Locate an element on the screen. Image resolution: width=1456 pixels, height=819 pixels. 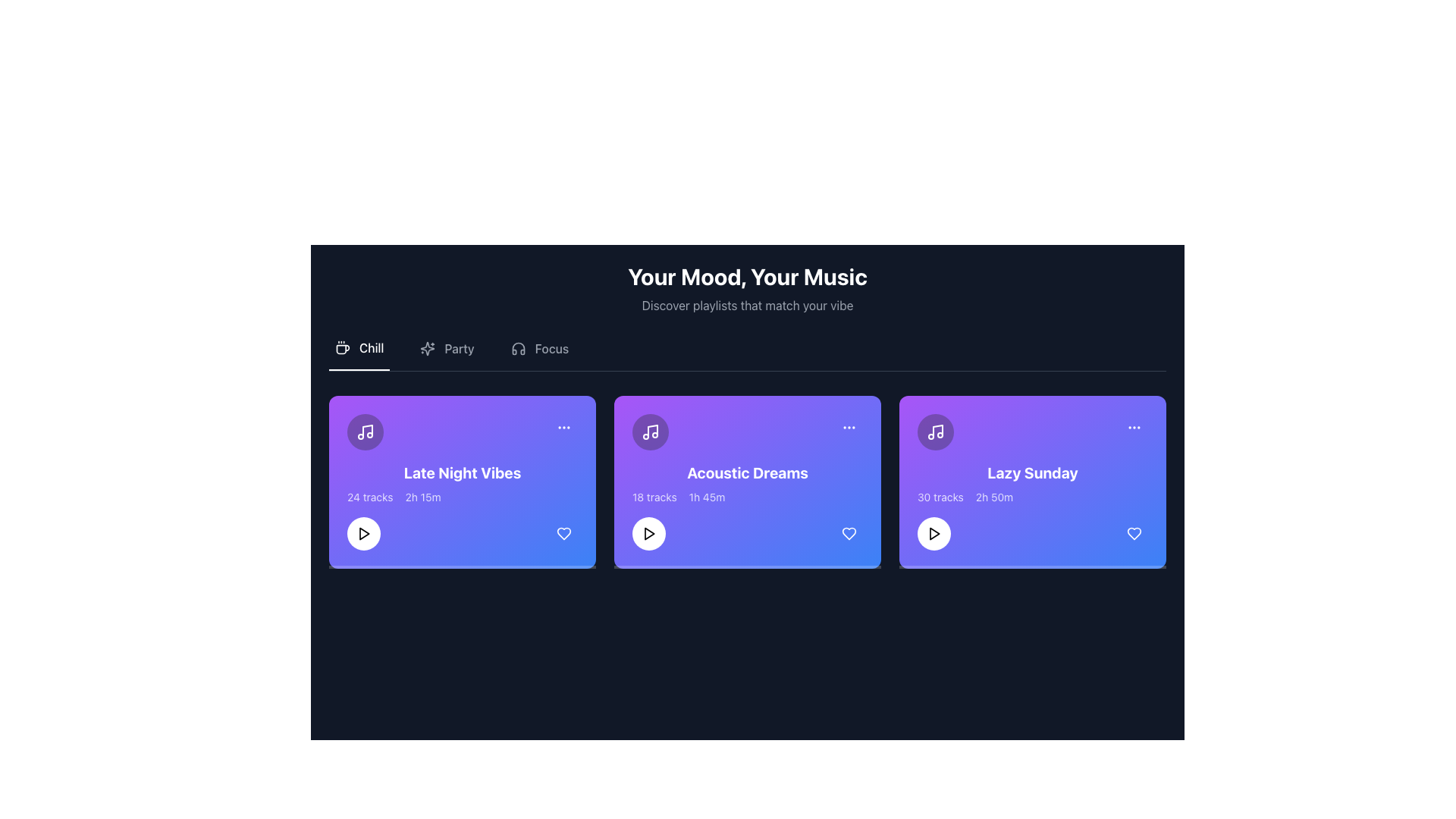
the Focus mode icon located in the top center menu bar, which visually indicates the Focus mode option among other similar icons is located at coordinates (518, 348).